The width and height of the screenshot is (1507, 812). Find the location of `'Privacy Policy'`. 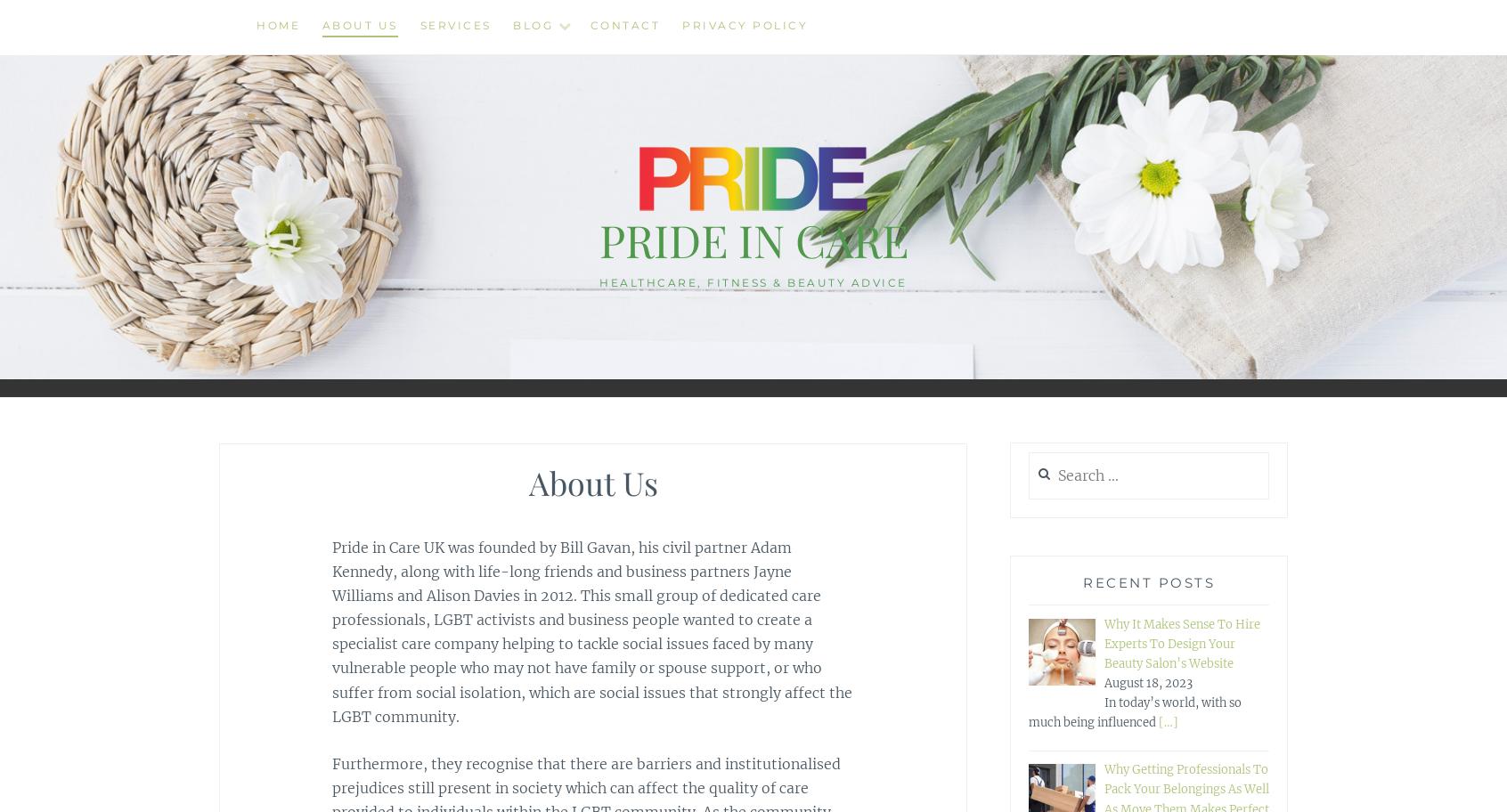

'Privacy Policy' is located at coordinates (745, 25).